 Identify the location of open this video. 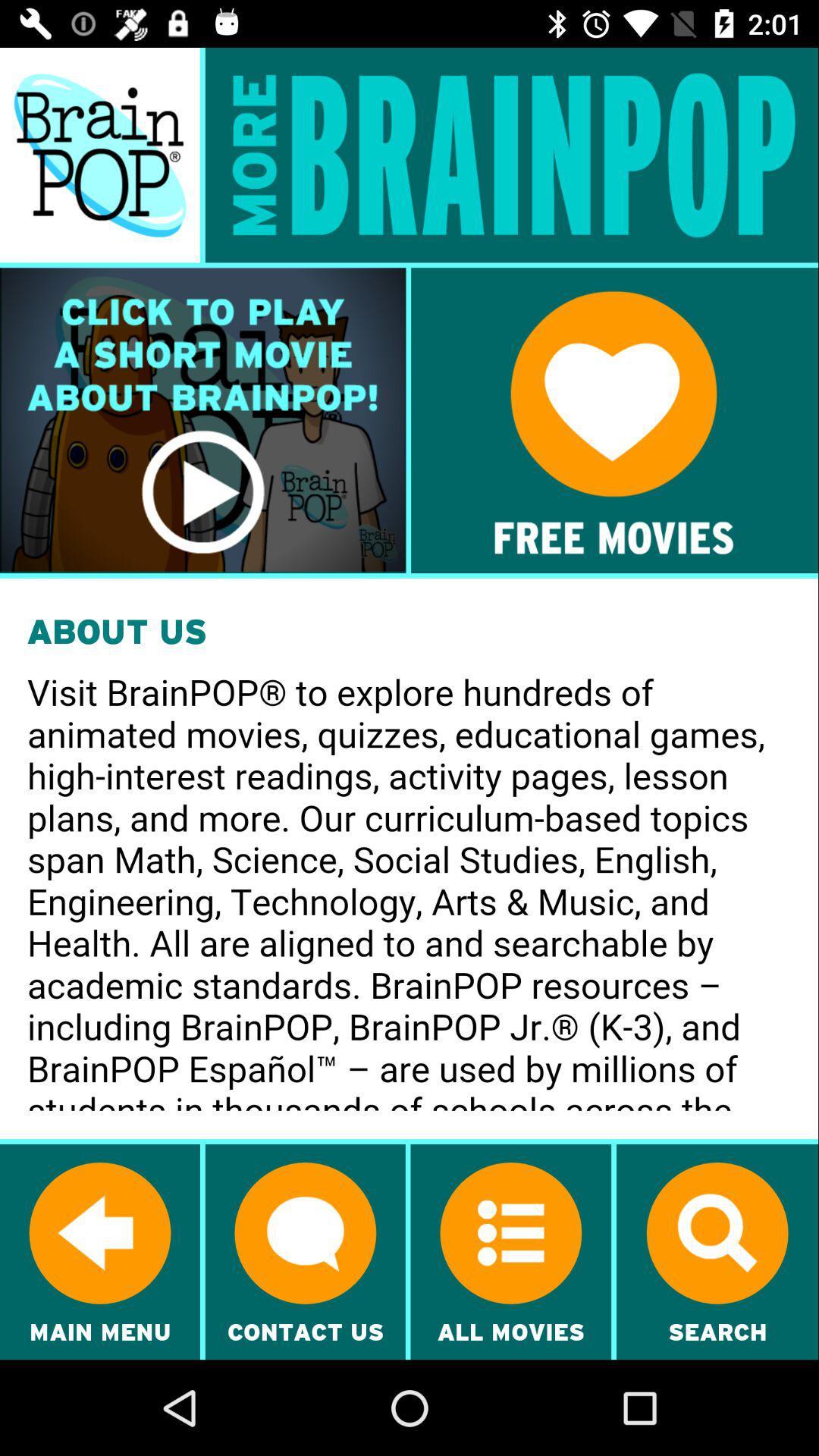
(202, 420).